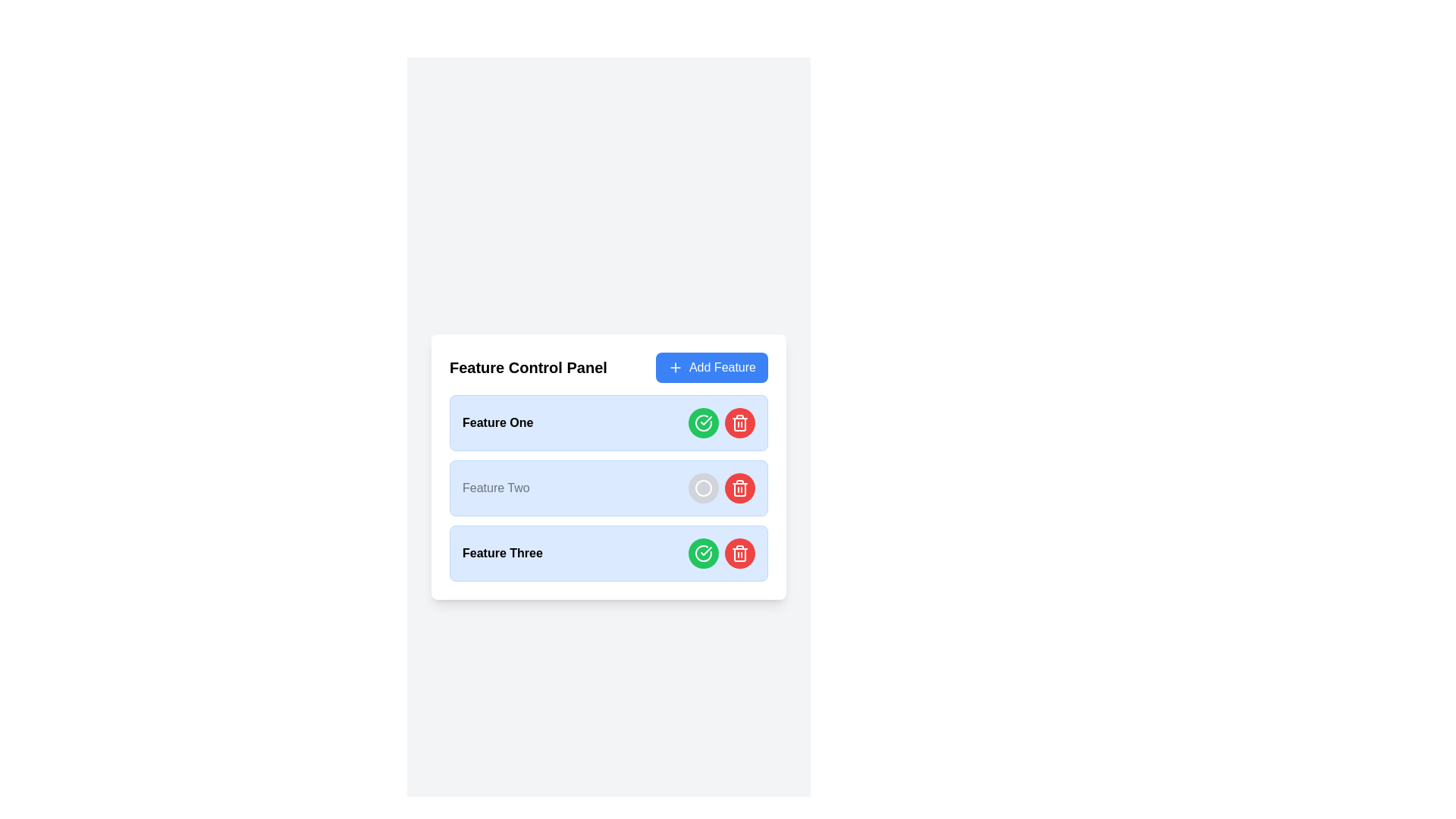 The height and width of the screenshot is (819, 1456). Describe the element at coordinates (739, 424) in the screenshot. I see `the trash can icon button located at the bottom-right corner of the 'Feature Two' entry` at that location.